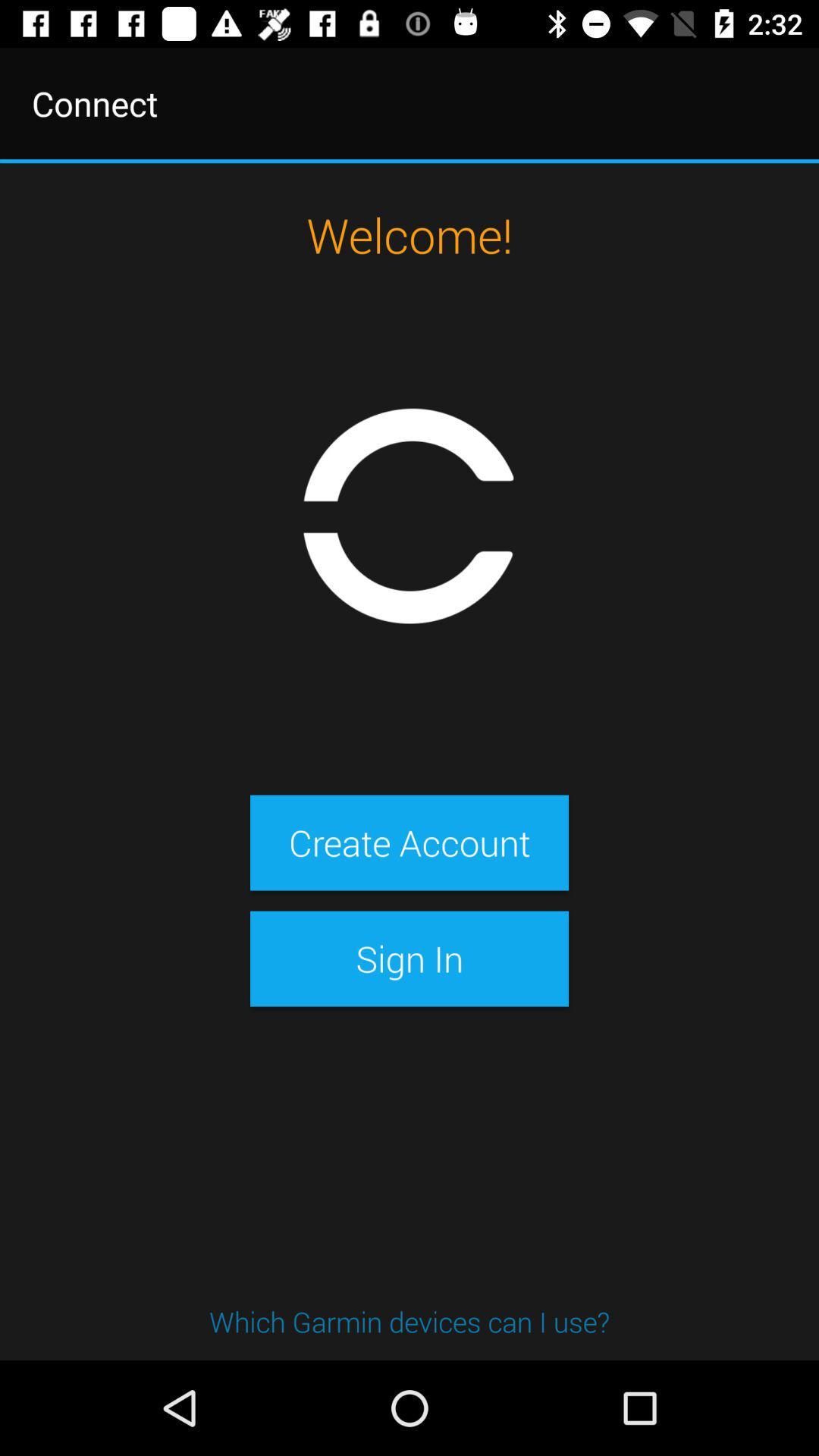 The height and width of the screenshot is (1456, 819). Describe the element at coordinates (409, 842) in the screenshot. I see `the item above the sign in` at that location.